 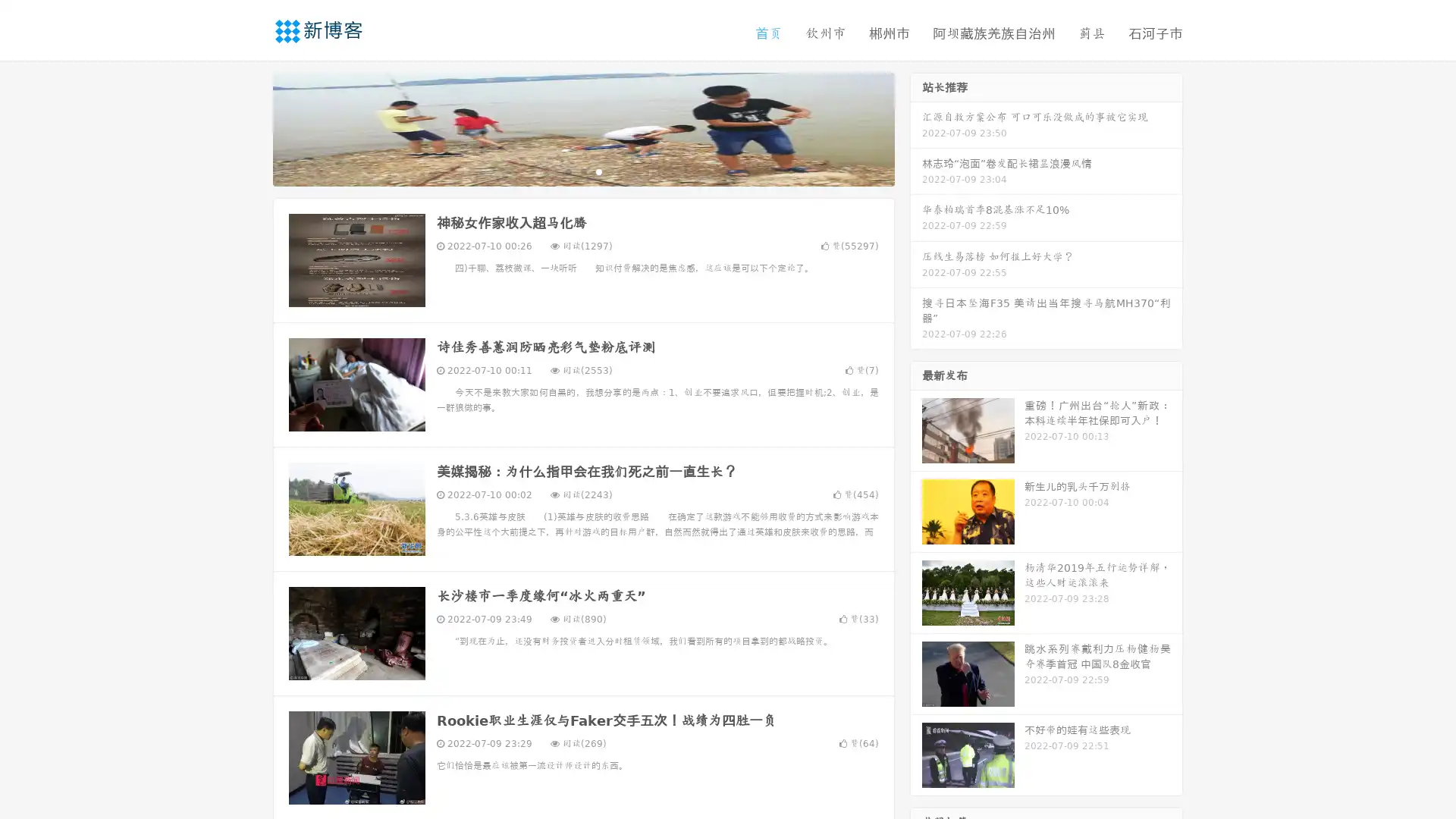 I want to click on Go to slide 1, so click(x=567, y=171).